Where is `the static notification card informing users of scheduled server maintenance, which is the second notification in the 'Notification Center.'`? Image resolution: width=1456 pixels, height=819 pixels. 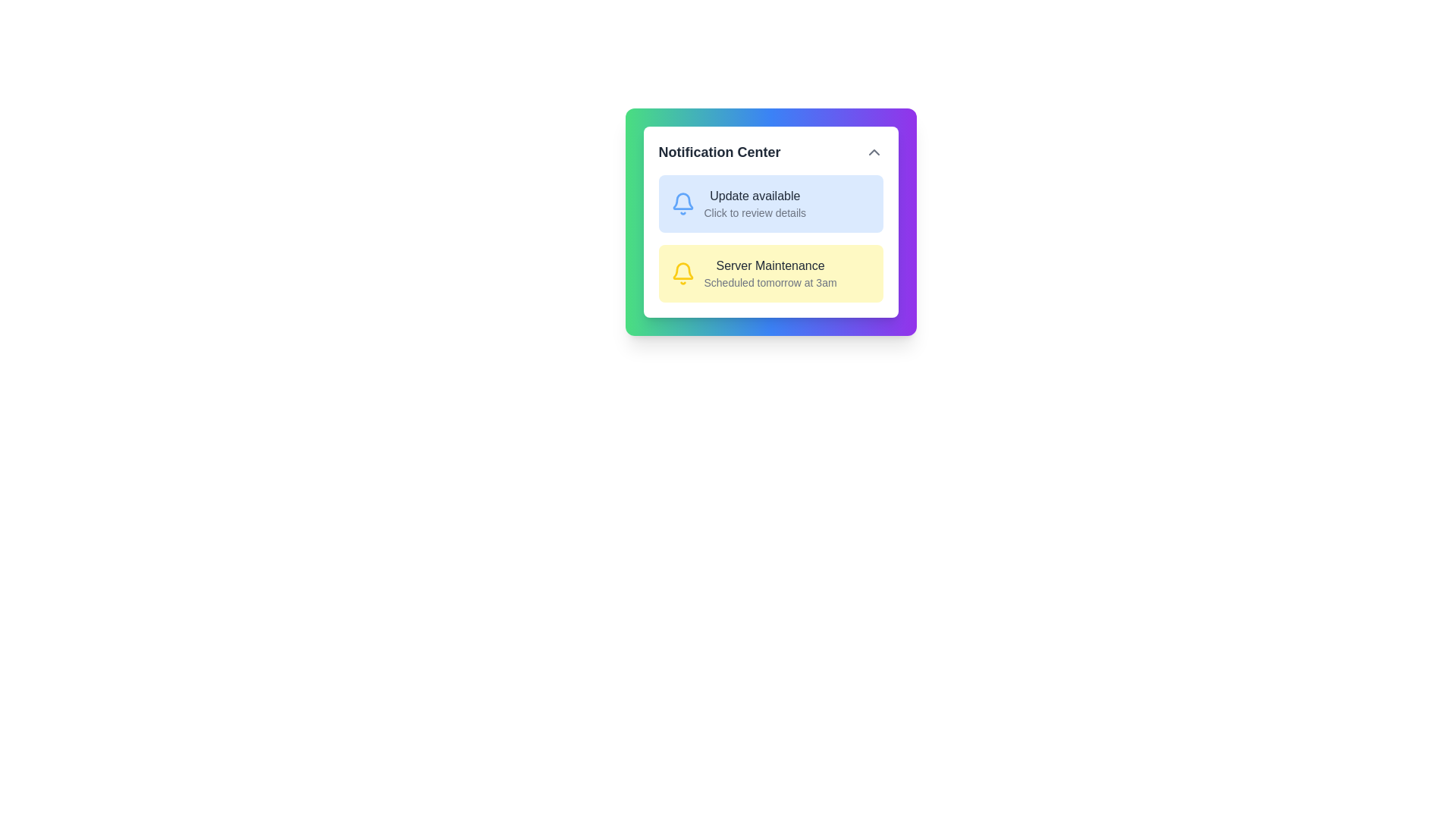 the static notification card informing users of scheduled server maintenance, which is the second notification in the 'Notification Center.' is located at coordinates (770, 274).